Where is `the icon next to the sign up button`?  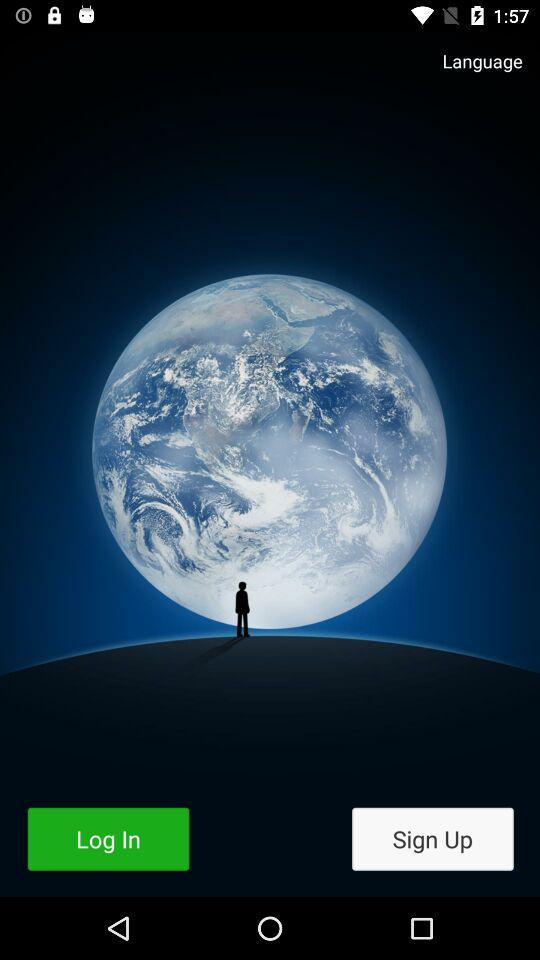 the icon next to the sign up button is located at coordinates (108, 839).